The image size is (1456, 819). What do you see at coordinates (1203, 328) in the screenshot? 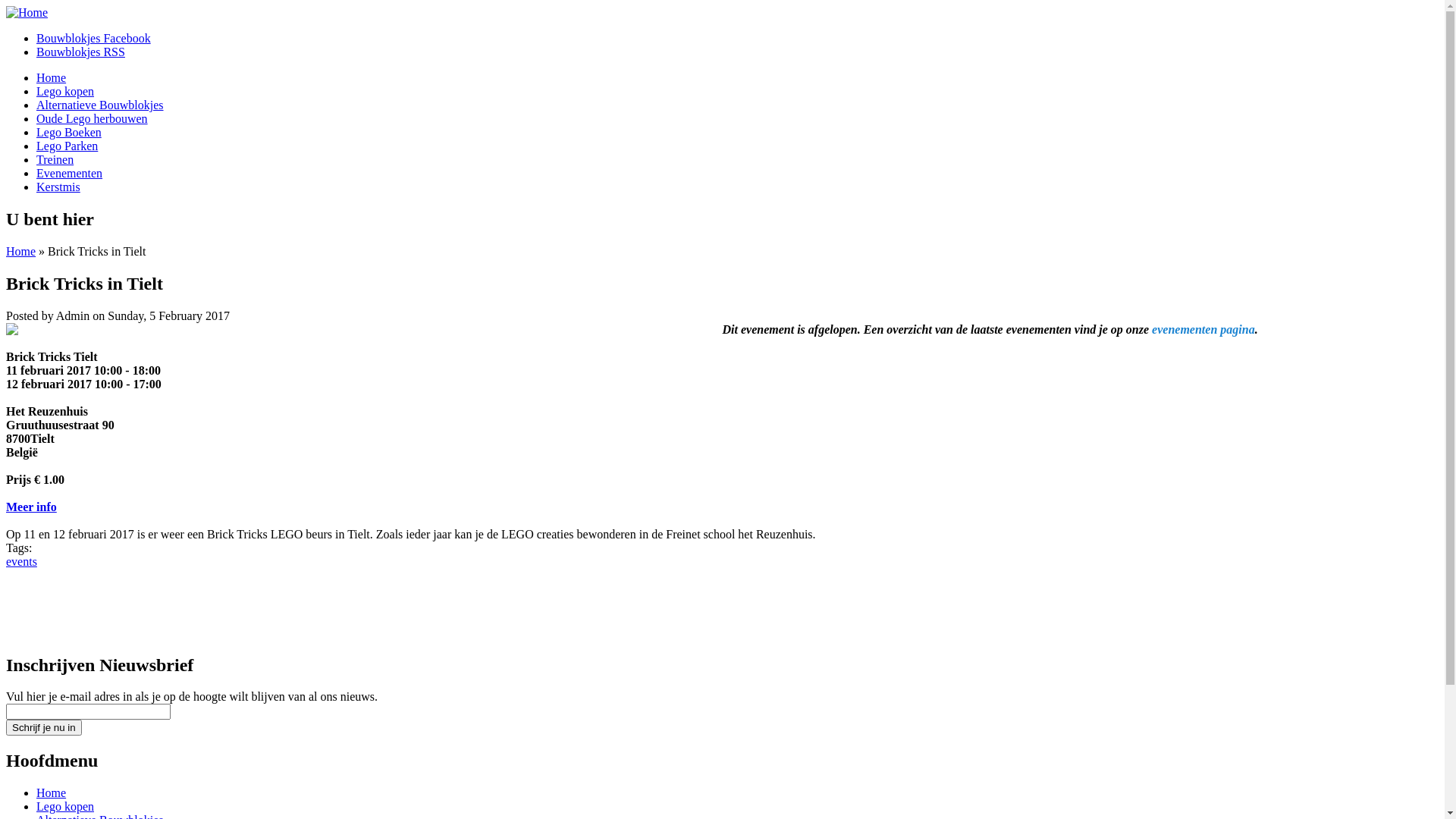
I see `'evenementen pagina'` at bounding box center [1203, 328].